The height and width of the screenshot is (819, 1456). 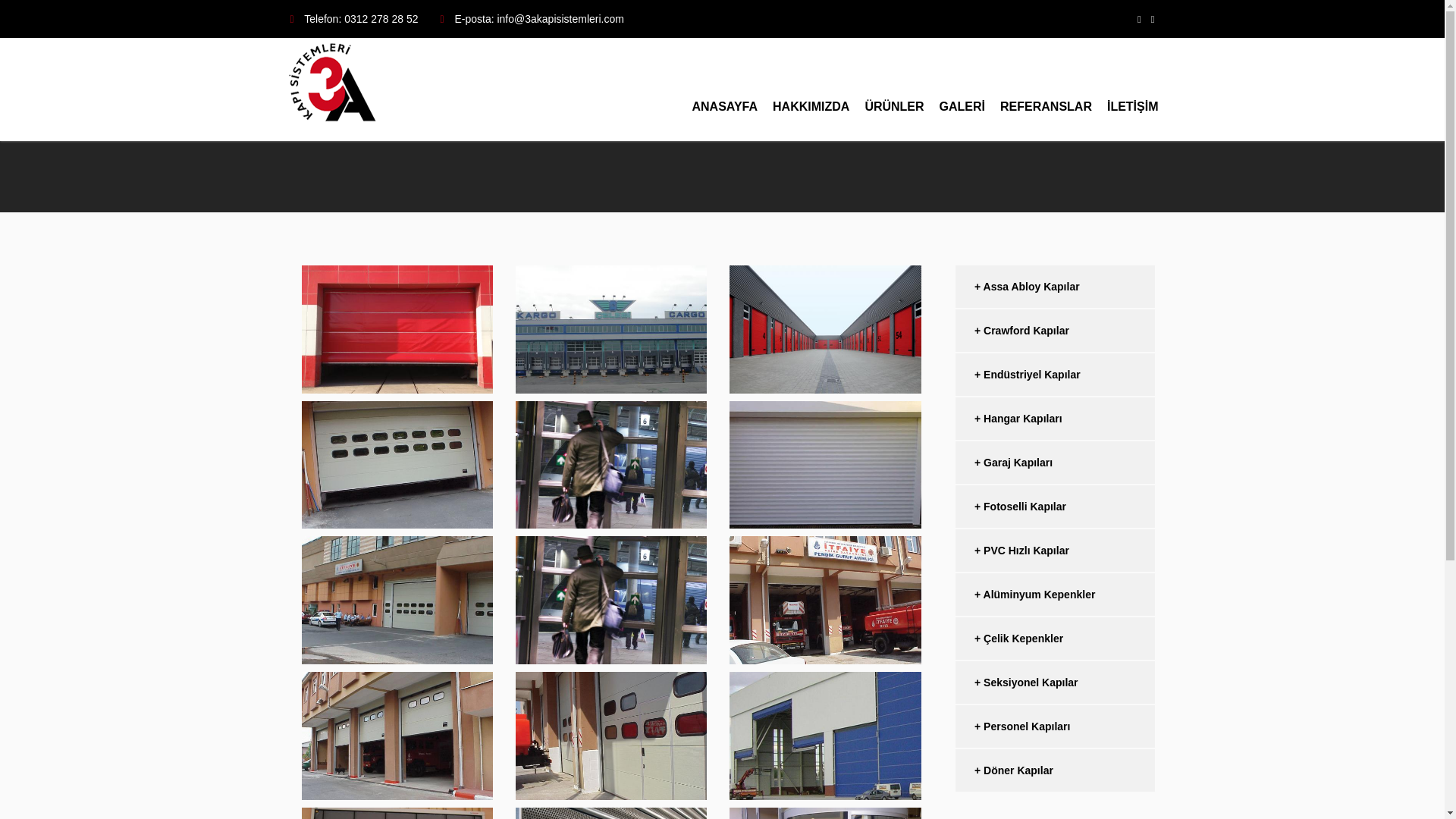 I want to click on 'REFERANSLAR', so click(x=1045, y=89).